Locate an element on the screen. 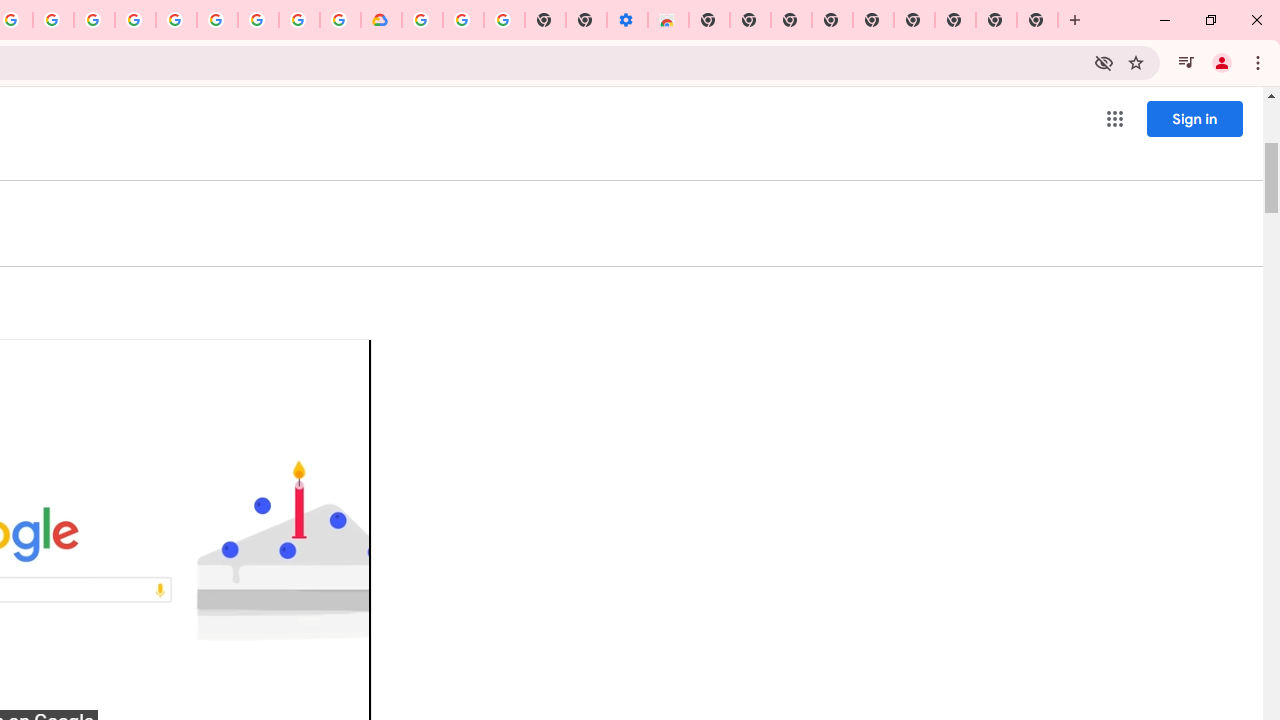 This screenshot has height=720, width=1280. 'Browse the Google Chrome Community - Google Chrome Community' is located at coordinates (340, 20).